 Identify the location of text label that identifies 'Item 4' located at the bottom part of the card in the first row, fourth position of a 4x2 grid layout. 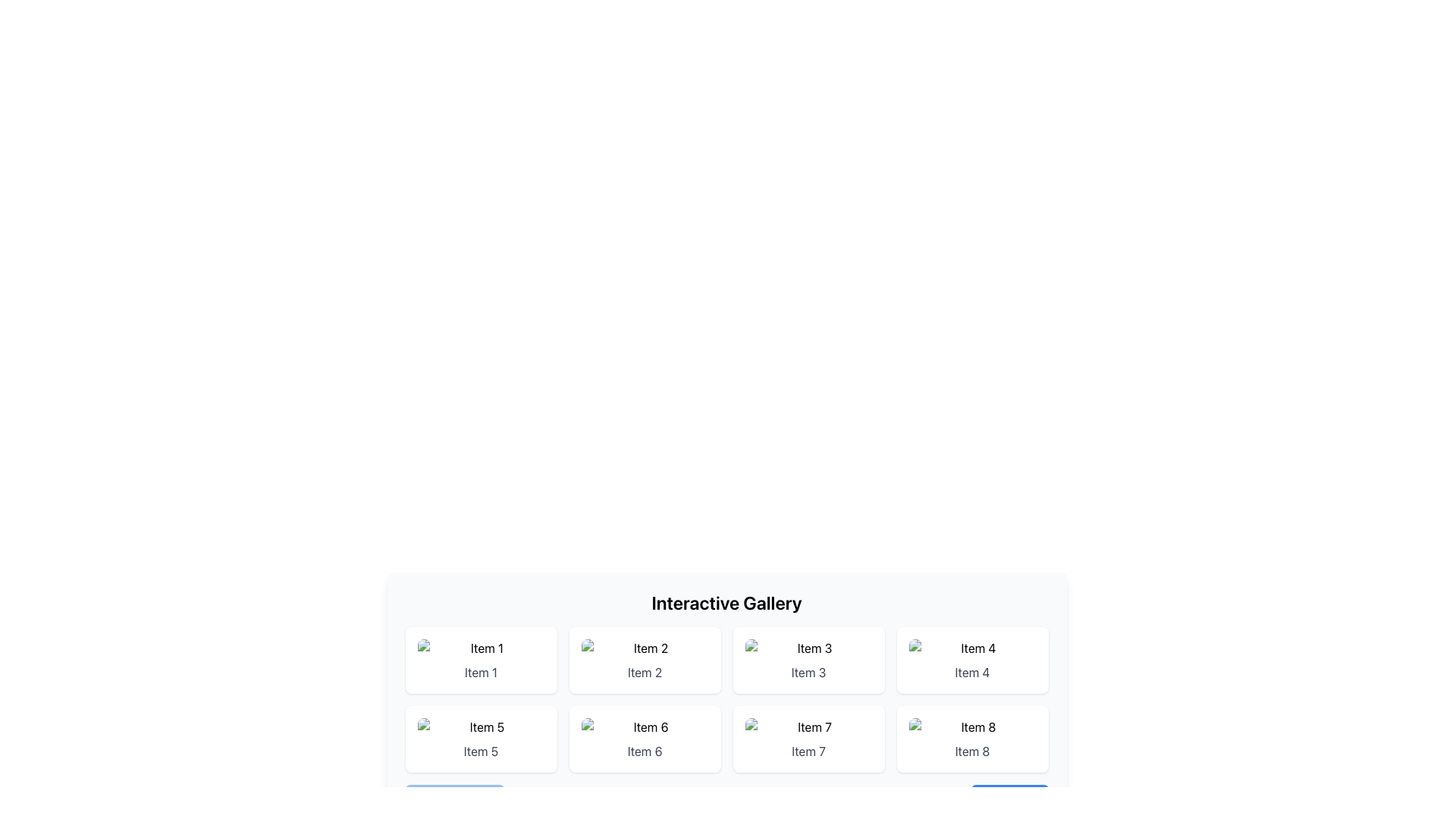
(972, 672).